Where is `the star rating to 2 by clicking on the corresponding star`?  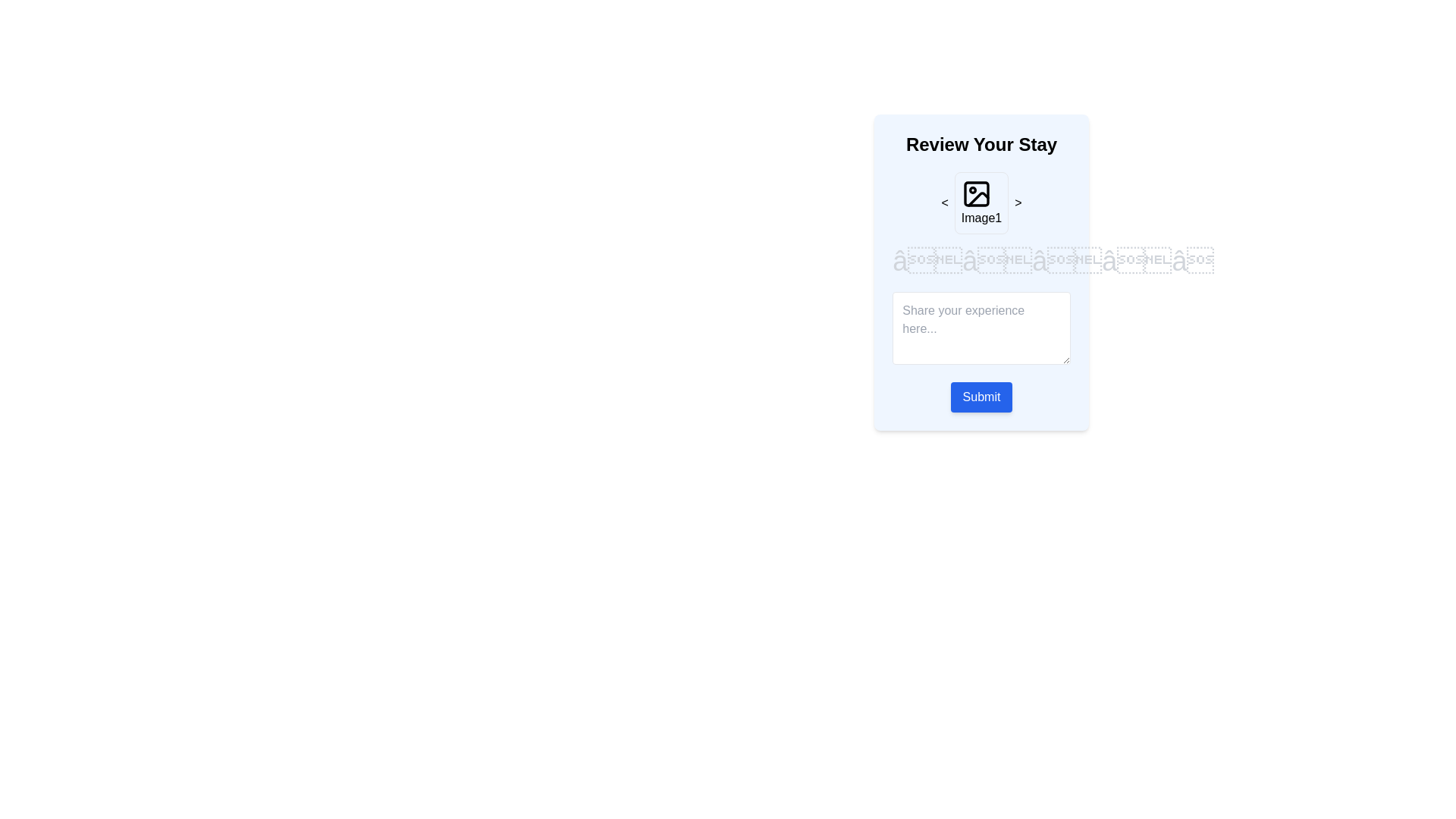 the star rating to 2 by clicking on the corresponding star is located at coordinates (997, 260).